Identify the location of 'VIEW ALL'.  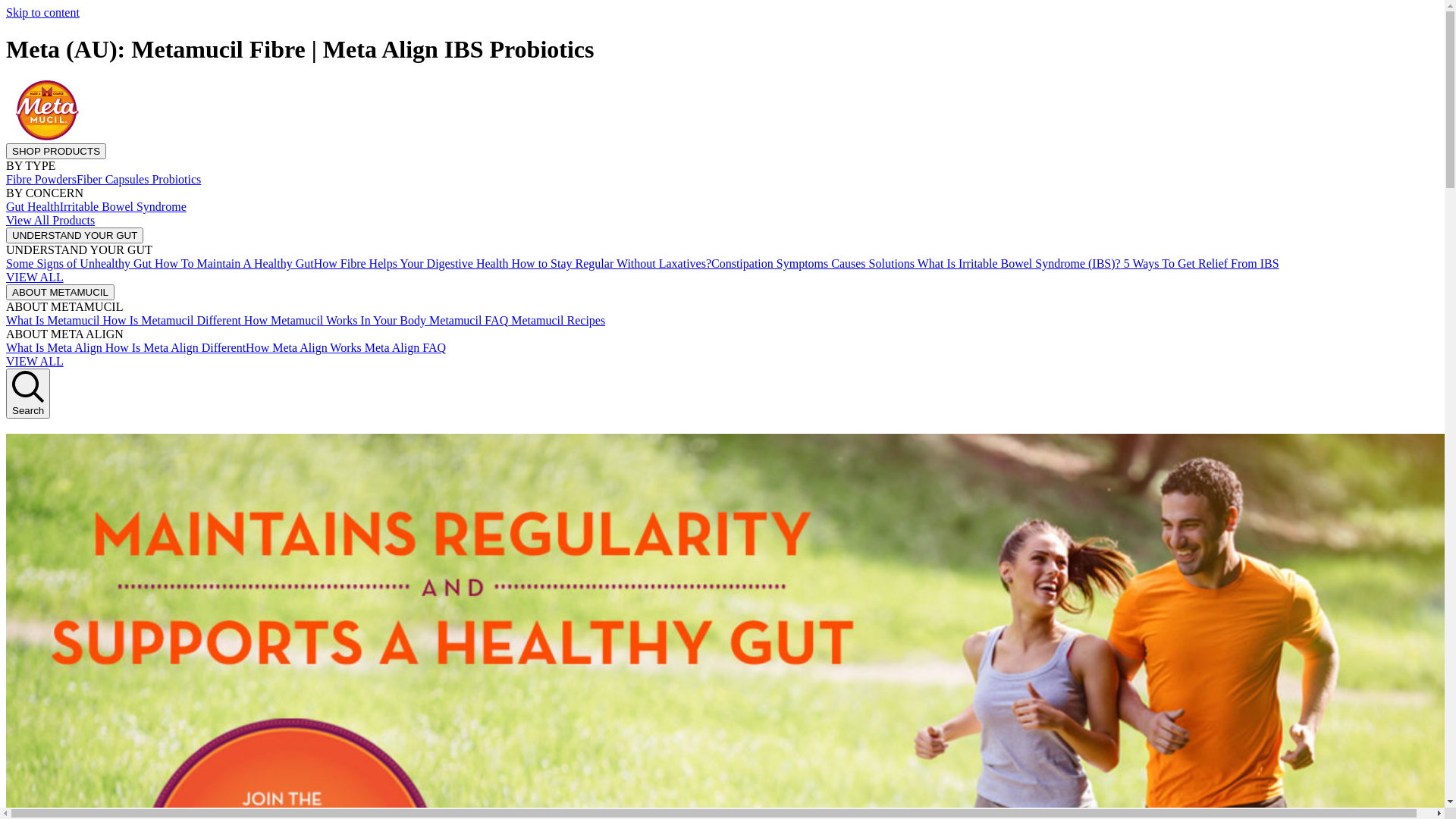
(35, 277).